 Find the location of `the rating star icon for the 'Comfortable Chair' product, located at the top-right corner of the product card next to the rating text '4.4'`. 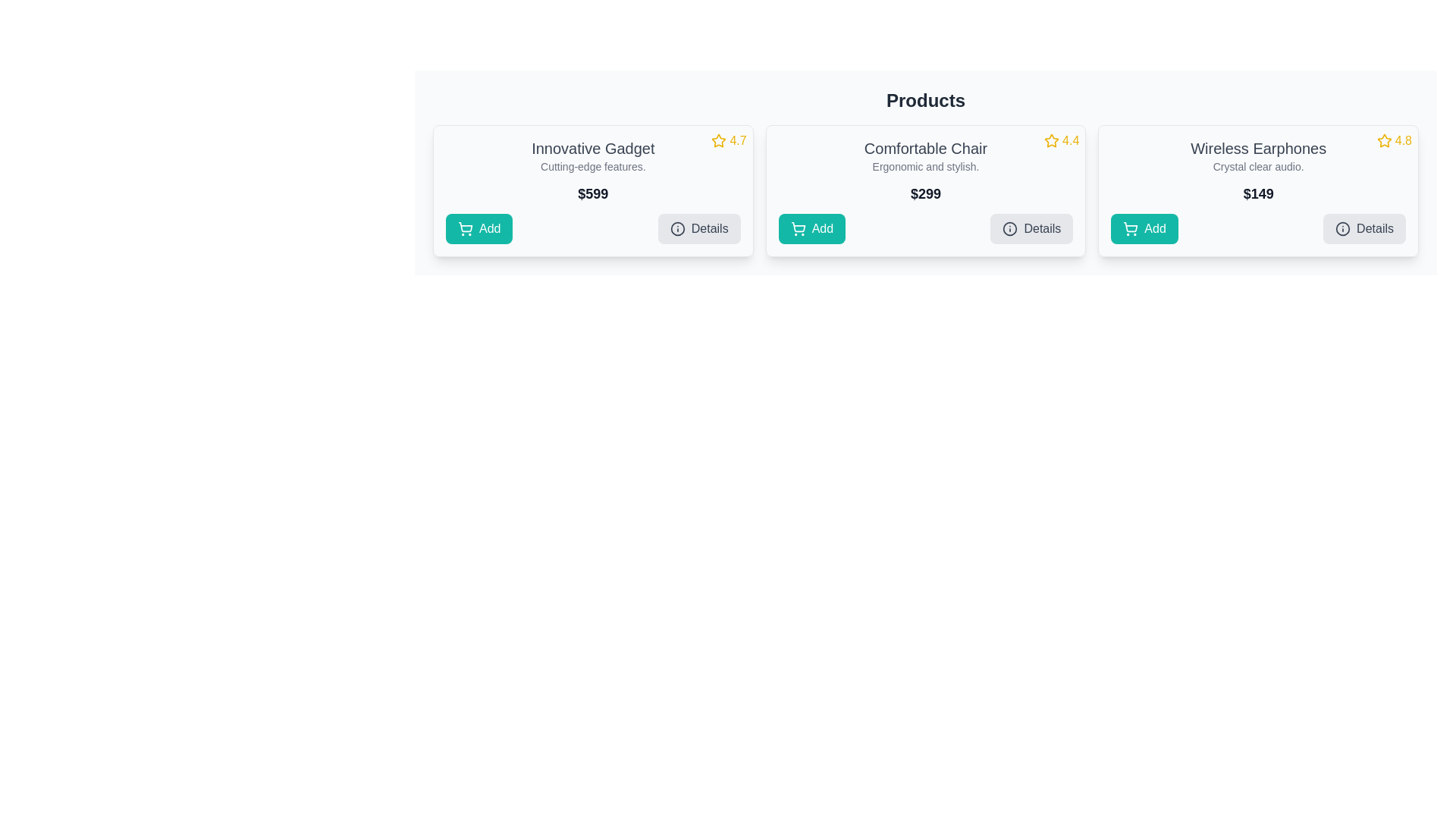

the rating star icon for the 'Comfortable Chair' product, located at the top-right corner of the product card next to the rating text '4.4' is located at coordinates (1051, 140).